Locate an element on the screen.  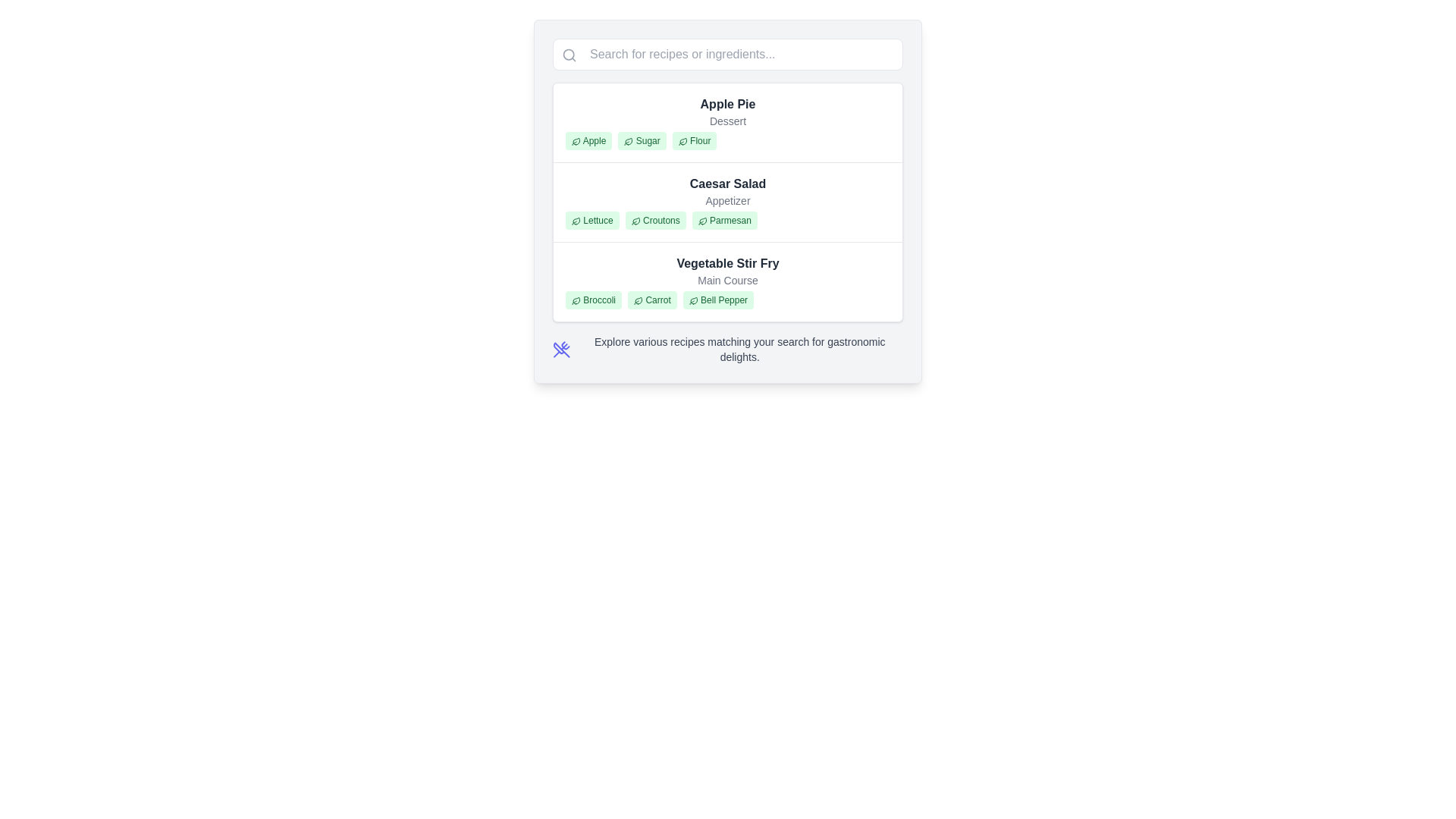
the left-aligned icon for the ingredient tag labeled 'Apple' in the topmost row of the ingredient list under the recipe 'Apple Pie' for more details is located at coordinates (575, 140).